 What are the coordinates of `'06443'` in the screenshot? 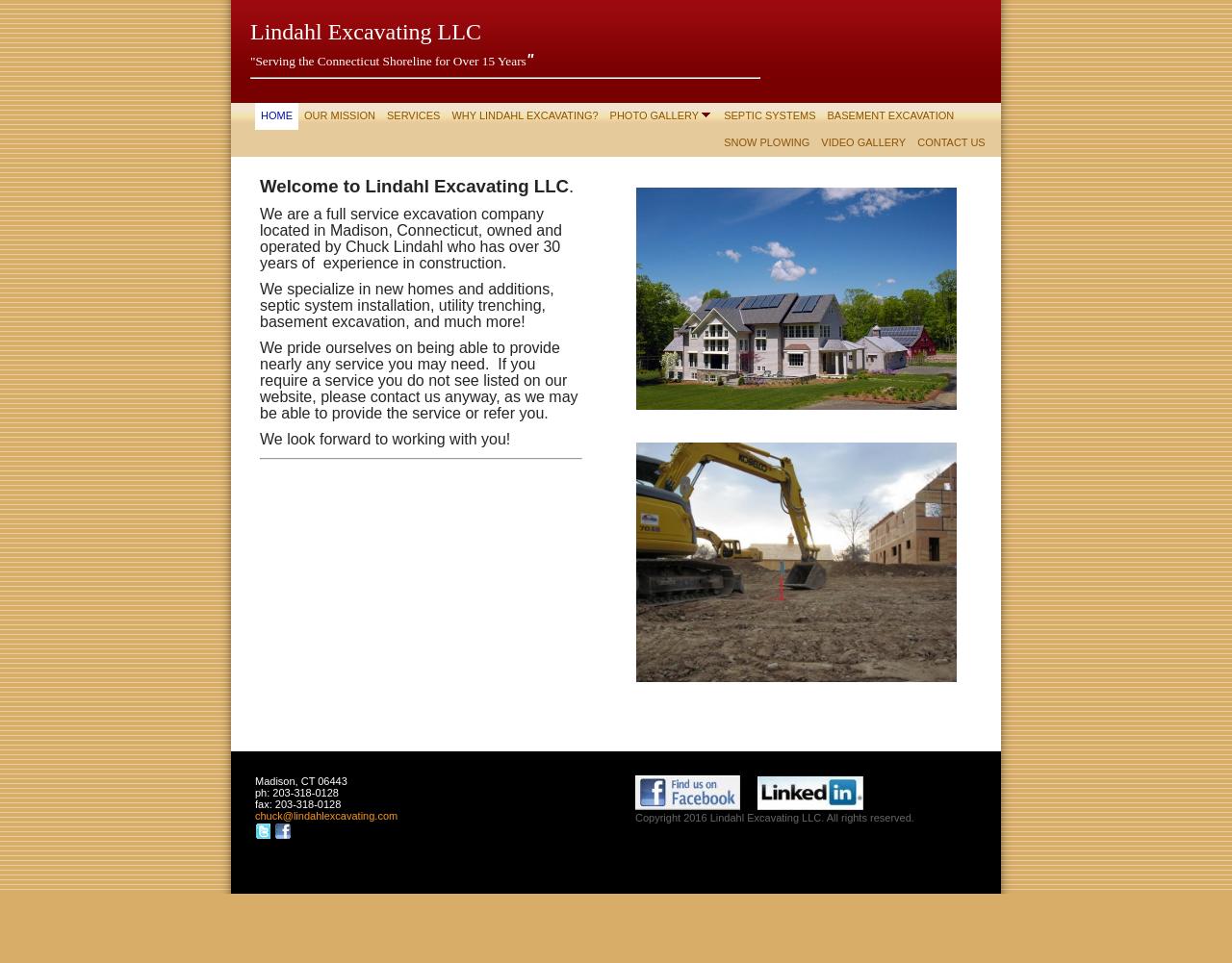 It's located at (331, 780).